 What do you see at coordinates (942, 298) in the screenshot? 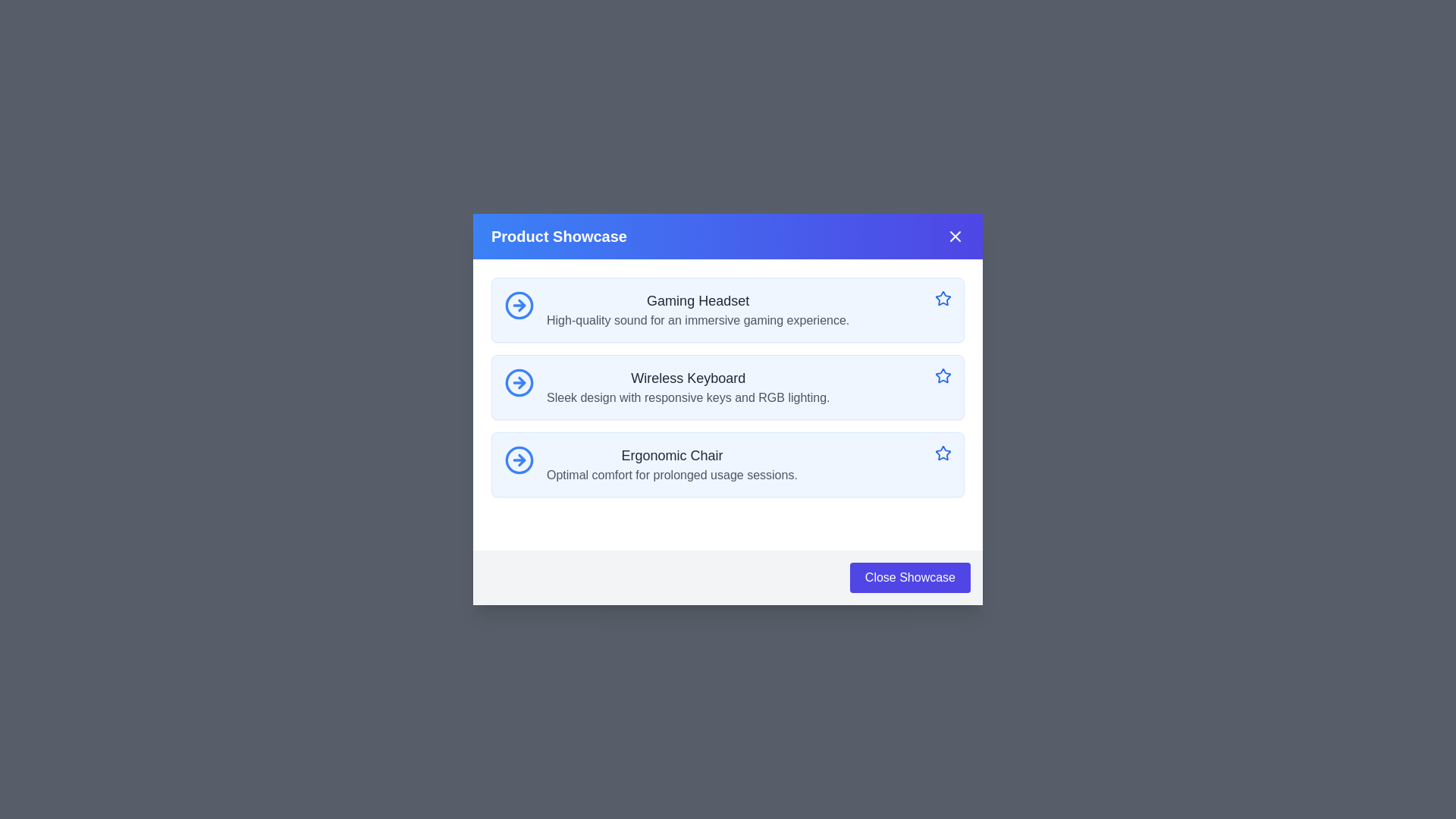
I see `the blue outlined star icon button located on the right side of the 'Gaming Headset' section` at bounding box center [942, 298].